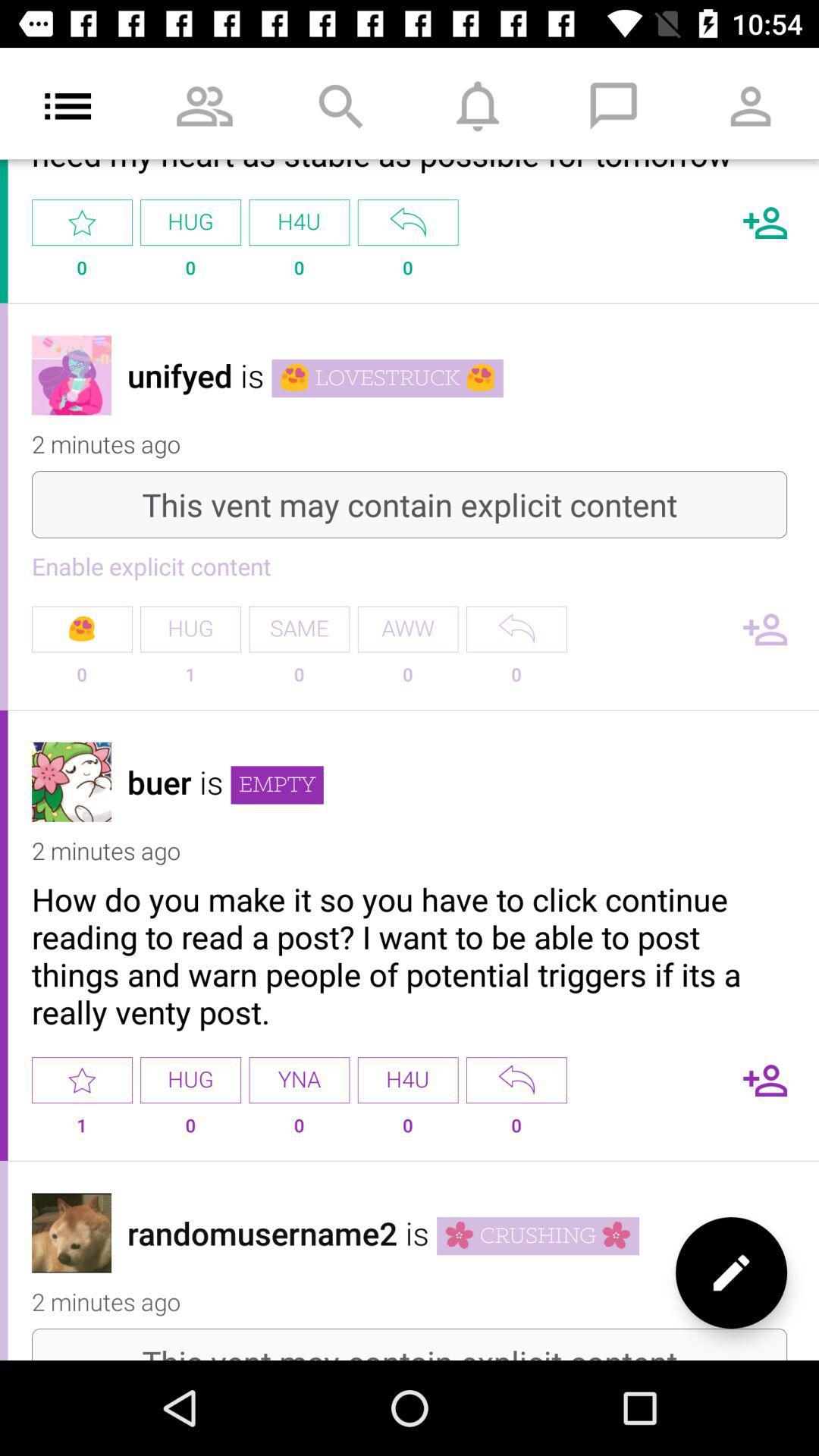 The image size is (819, 1456). Describe the element at coordinates (407, 221) in the screenshot. I see `te conoceran de verdad` at that location.